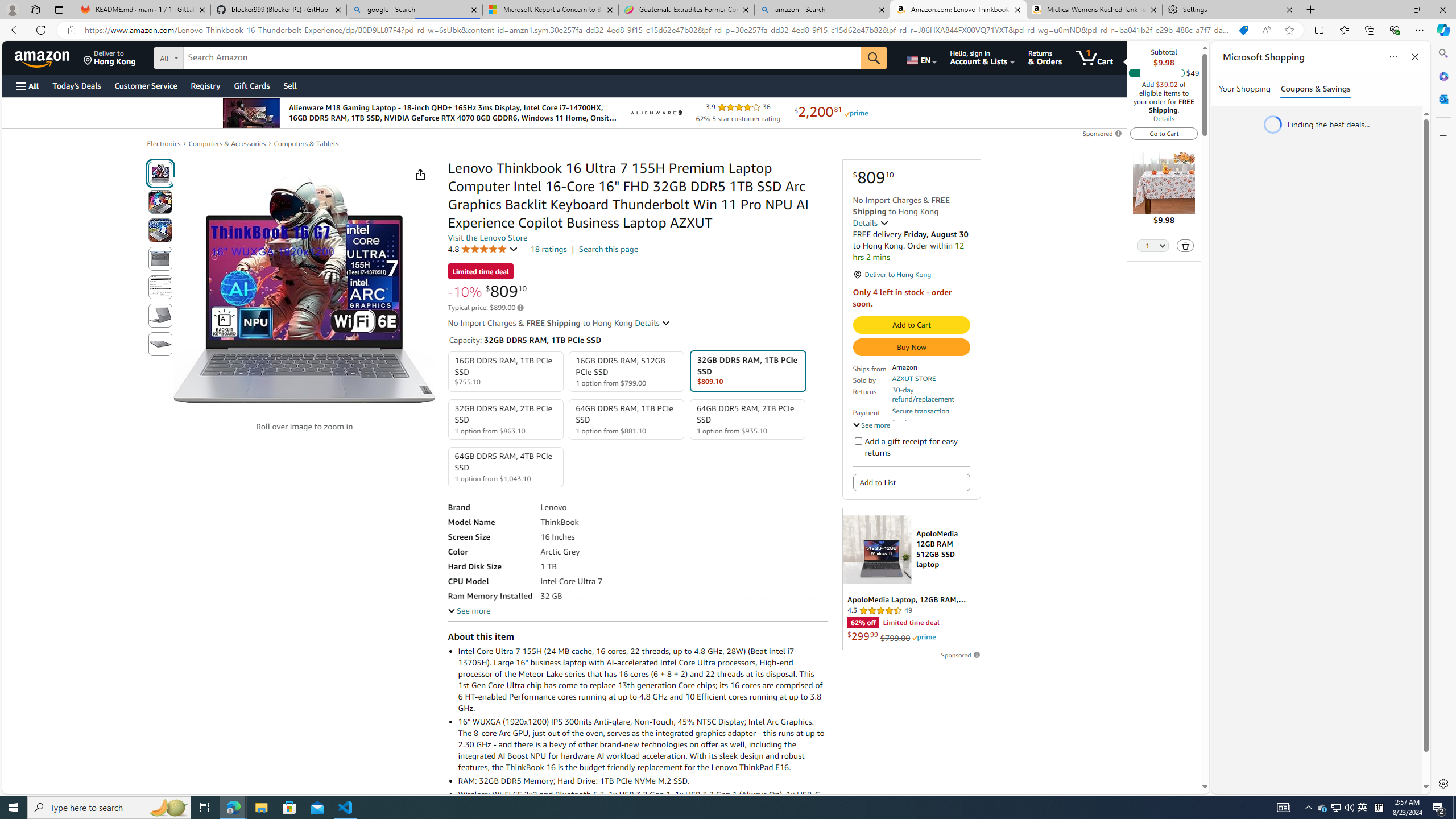  I want to click on '64GB DDR5 RAM, 4TB PCIe SSD 1 option from $1,043.10', so click(505, 466).